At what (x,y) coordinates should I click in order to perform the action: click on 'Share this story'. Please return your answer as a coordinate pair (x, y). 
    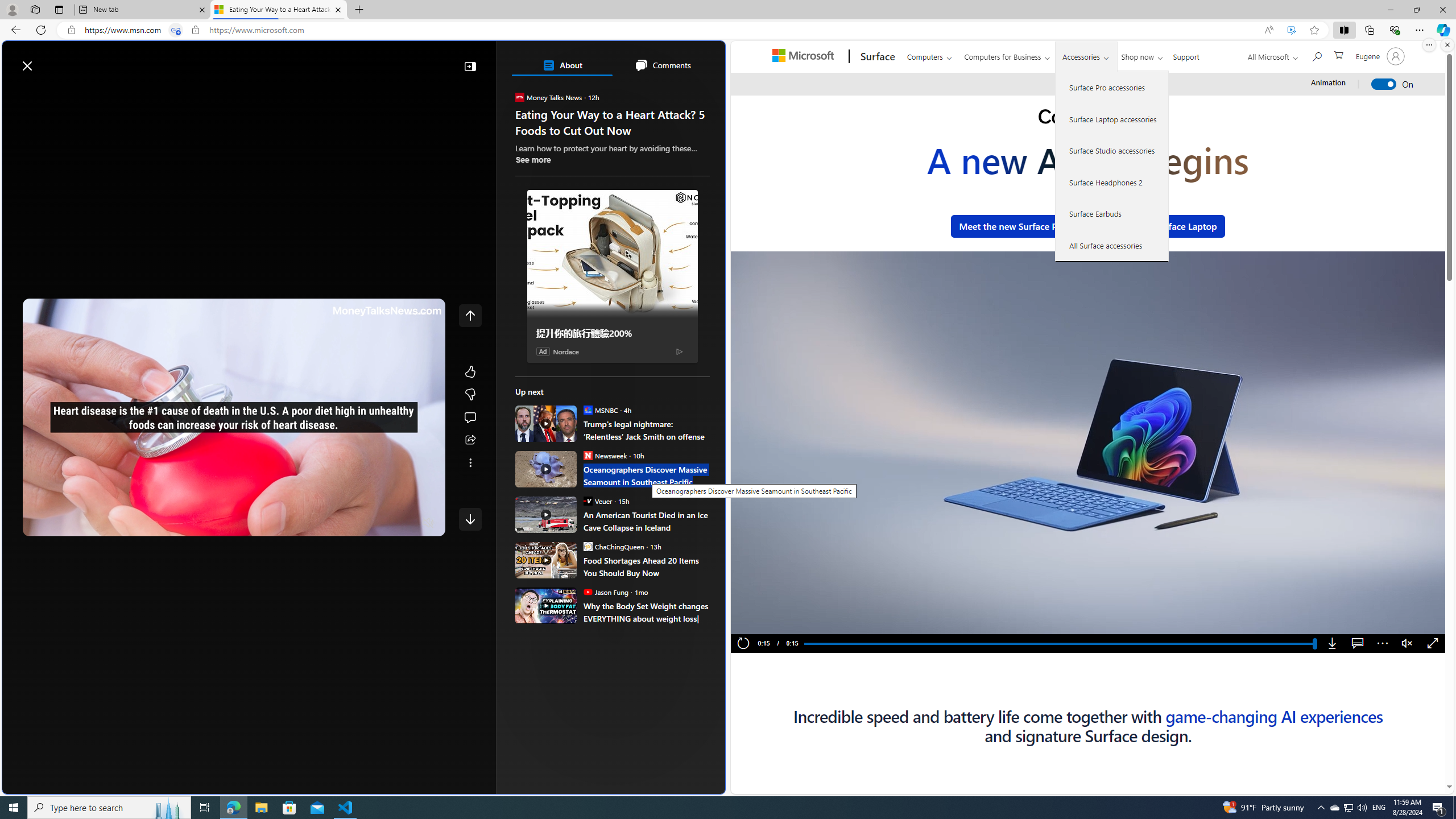
    Looking at the image, I should click on (470, 440).